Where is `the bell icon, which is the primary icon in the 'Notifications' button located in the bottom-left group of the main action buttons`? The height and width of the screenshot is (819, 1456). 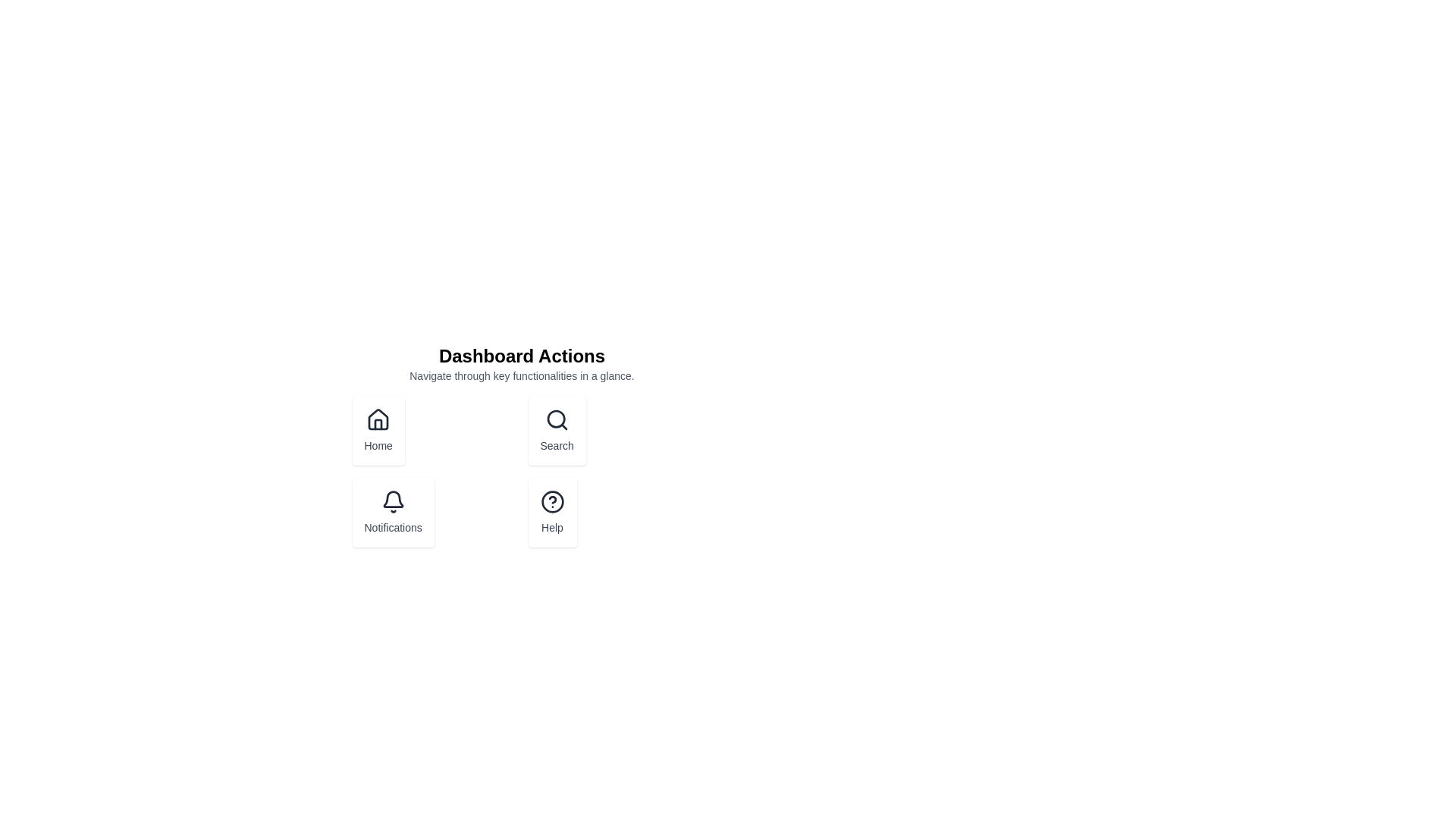 the bell icon, which is the primary icon in the 'Notifications' button located in the bottom-left group of the main action buttons is located at coordinates (393, 502).